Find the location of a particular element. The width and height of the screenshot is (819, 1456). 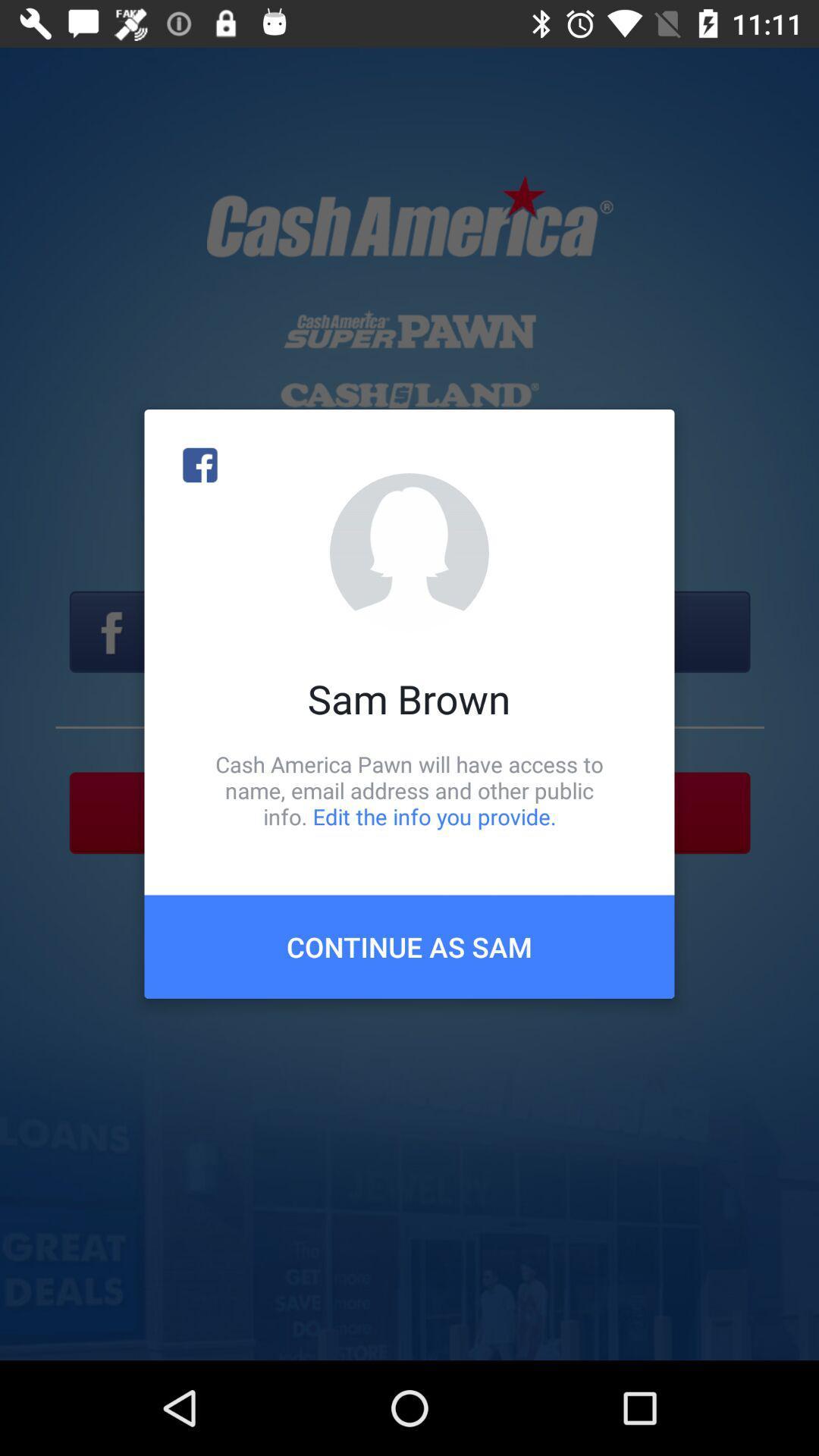

continue as sam is located at coordinates (409, 946).